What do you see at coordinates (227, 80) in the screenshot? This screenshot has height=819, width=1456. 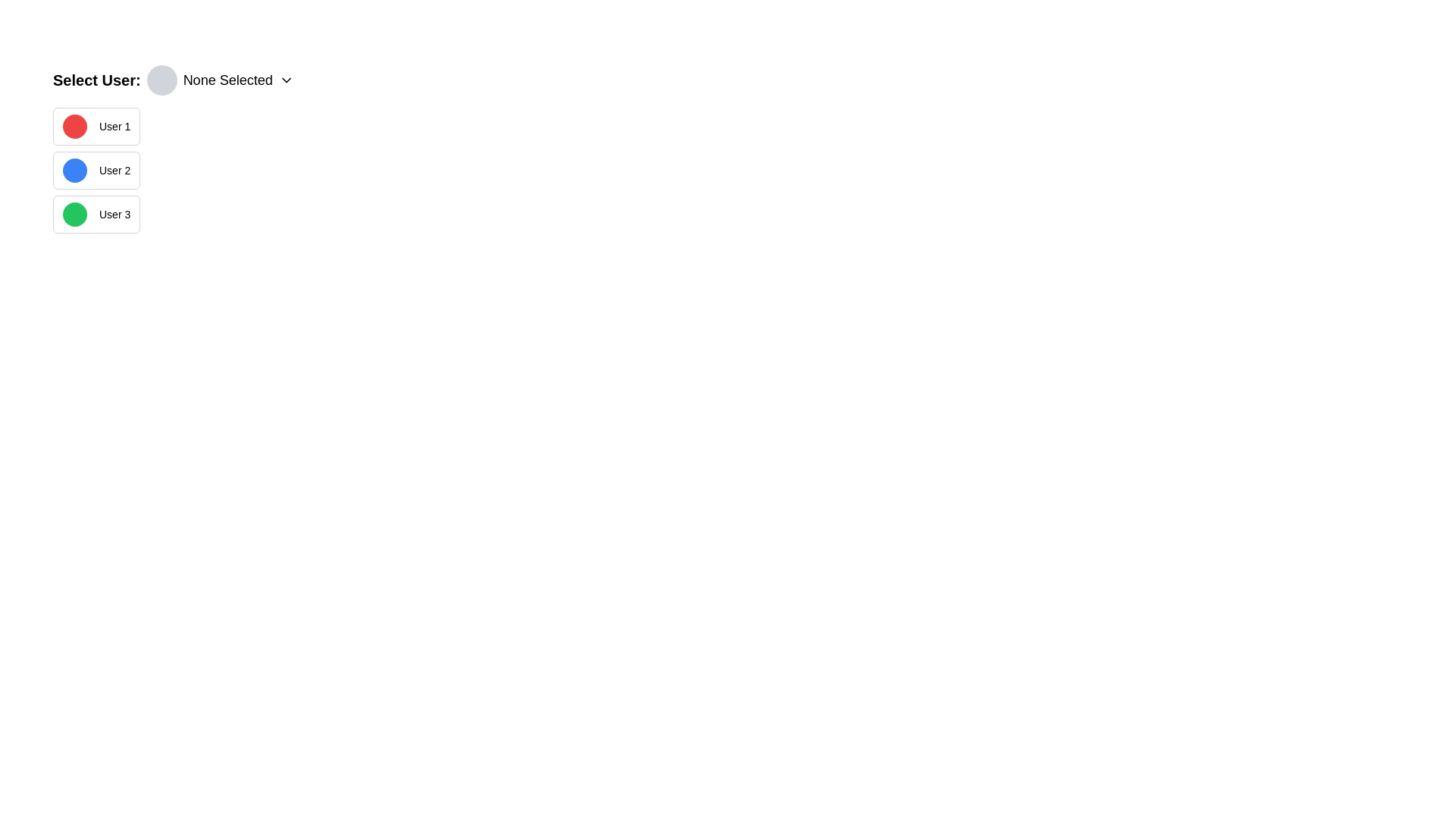 I see `the static text label displaying 'None Selected', which is styled with a larger font size and a bold typeface, positioned centrally in its row next to a circular gray icon and a chevron-down icon` at bounding box center [227, 80].